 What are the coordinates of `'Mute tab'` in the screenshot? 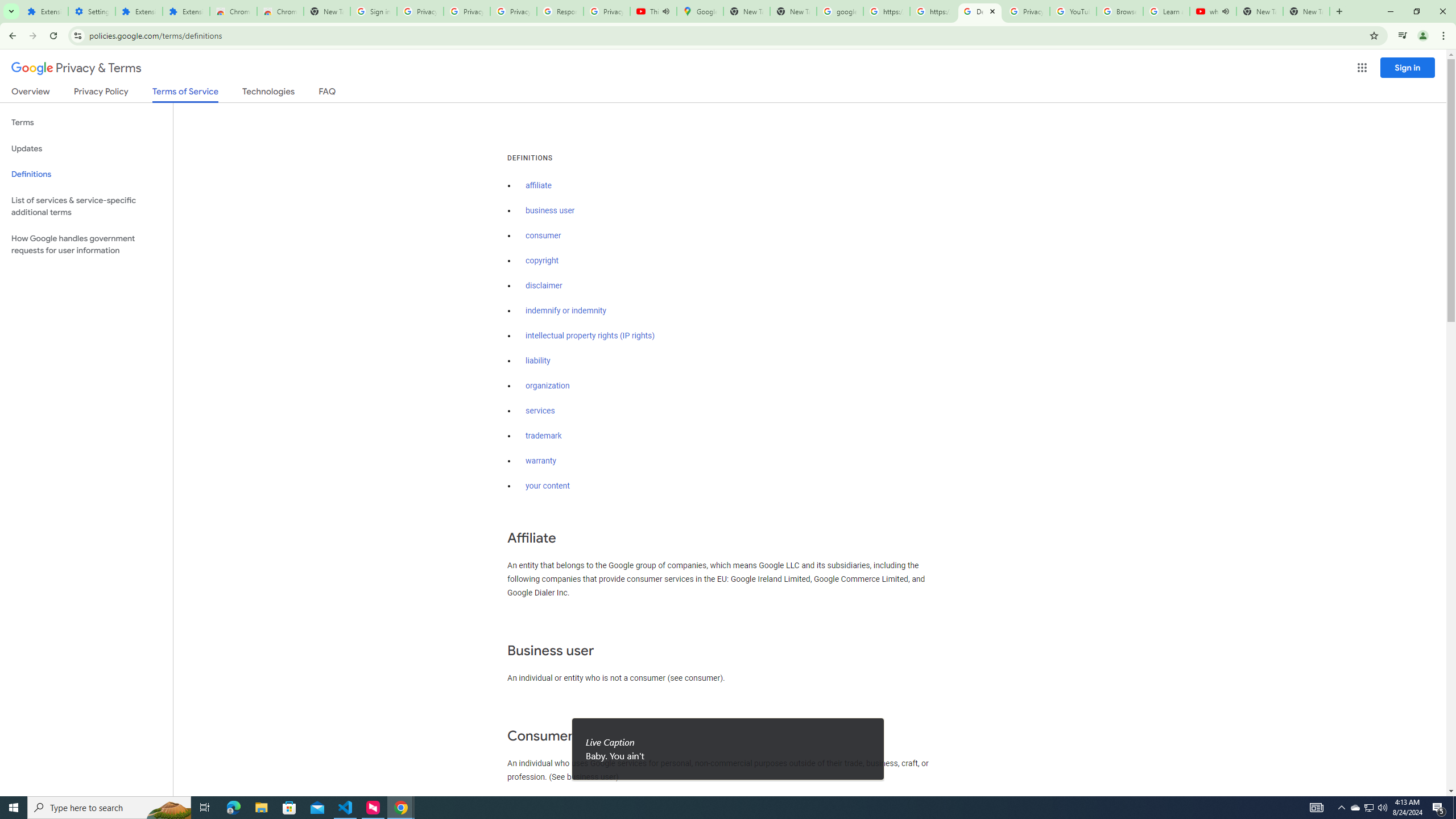 It's located at (1226, 11).